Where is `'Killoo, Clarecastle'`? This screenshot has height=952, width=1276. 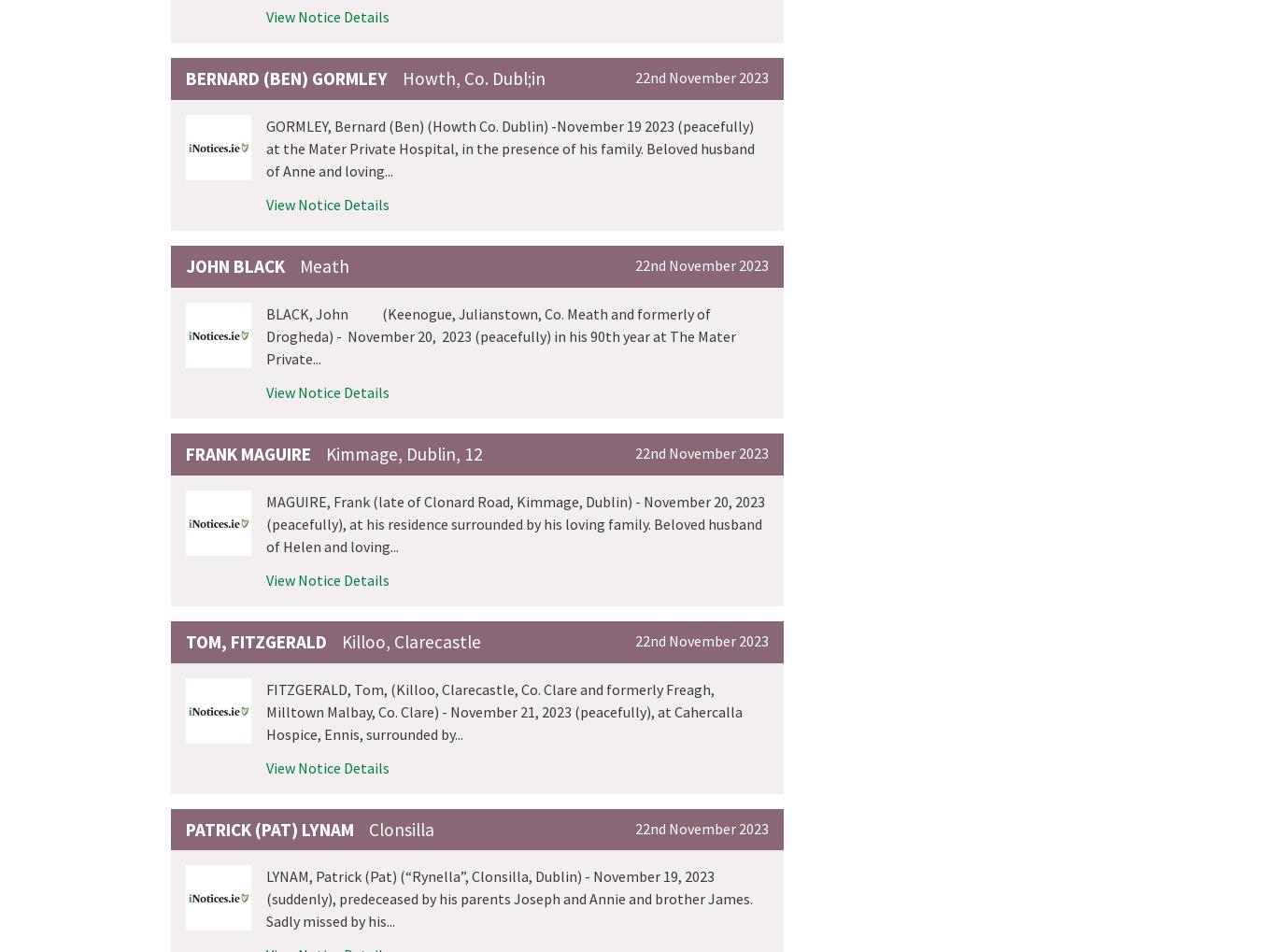 'Killoo, Clarecastle' is located at coordinates (410, 639).